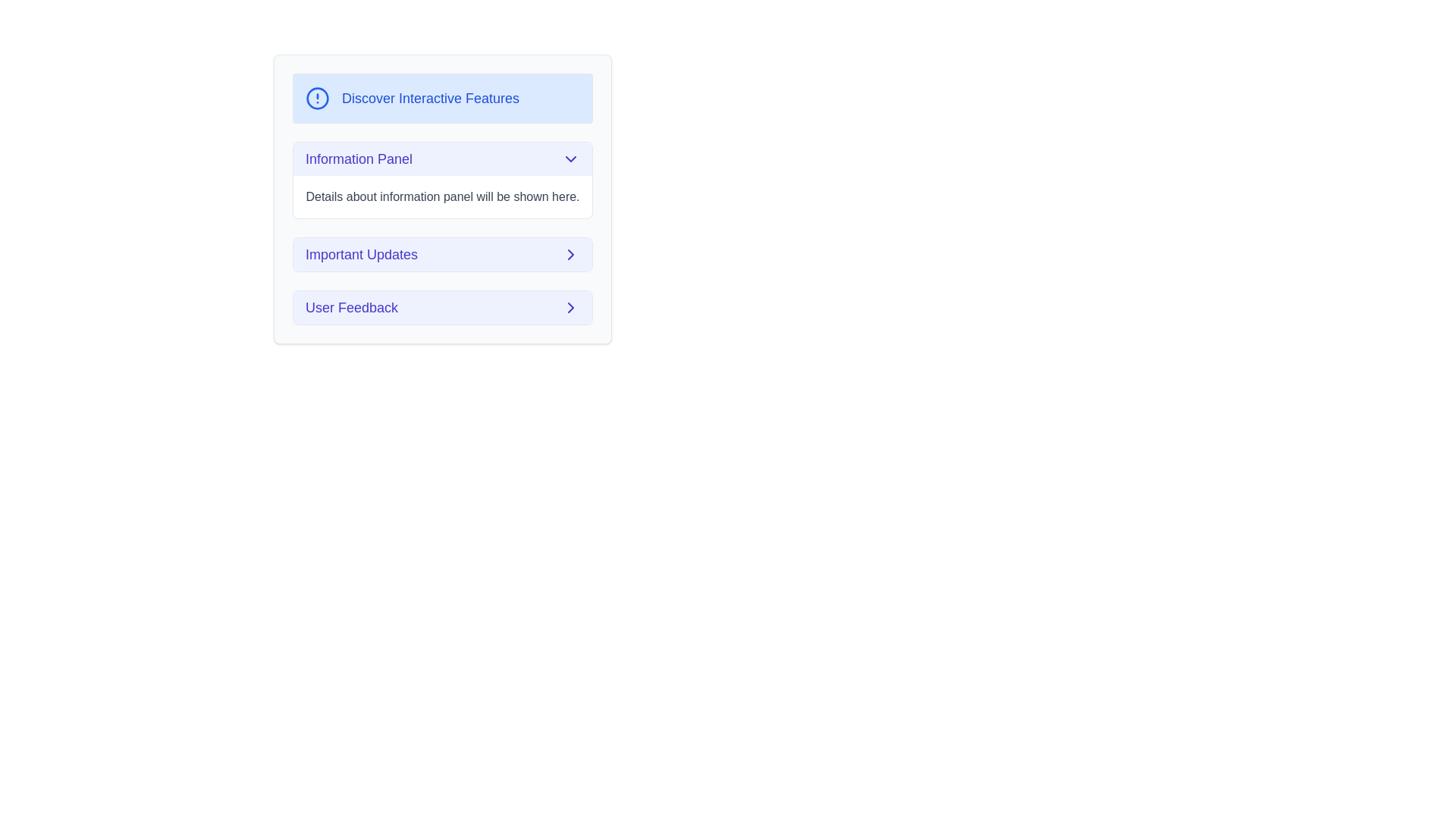  I want to click on the white text display box that contains the text 'Details about information panel will be shown here.' located below the 'Information Panel' header, so click(442, 196).